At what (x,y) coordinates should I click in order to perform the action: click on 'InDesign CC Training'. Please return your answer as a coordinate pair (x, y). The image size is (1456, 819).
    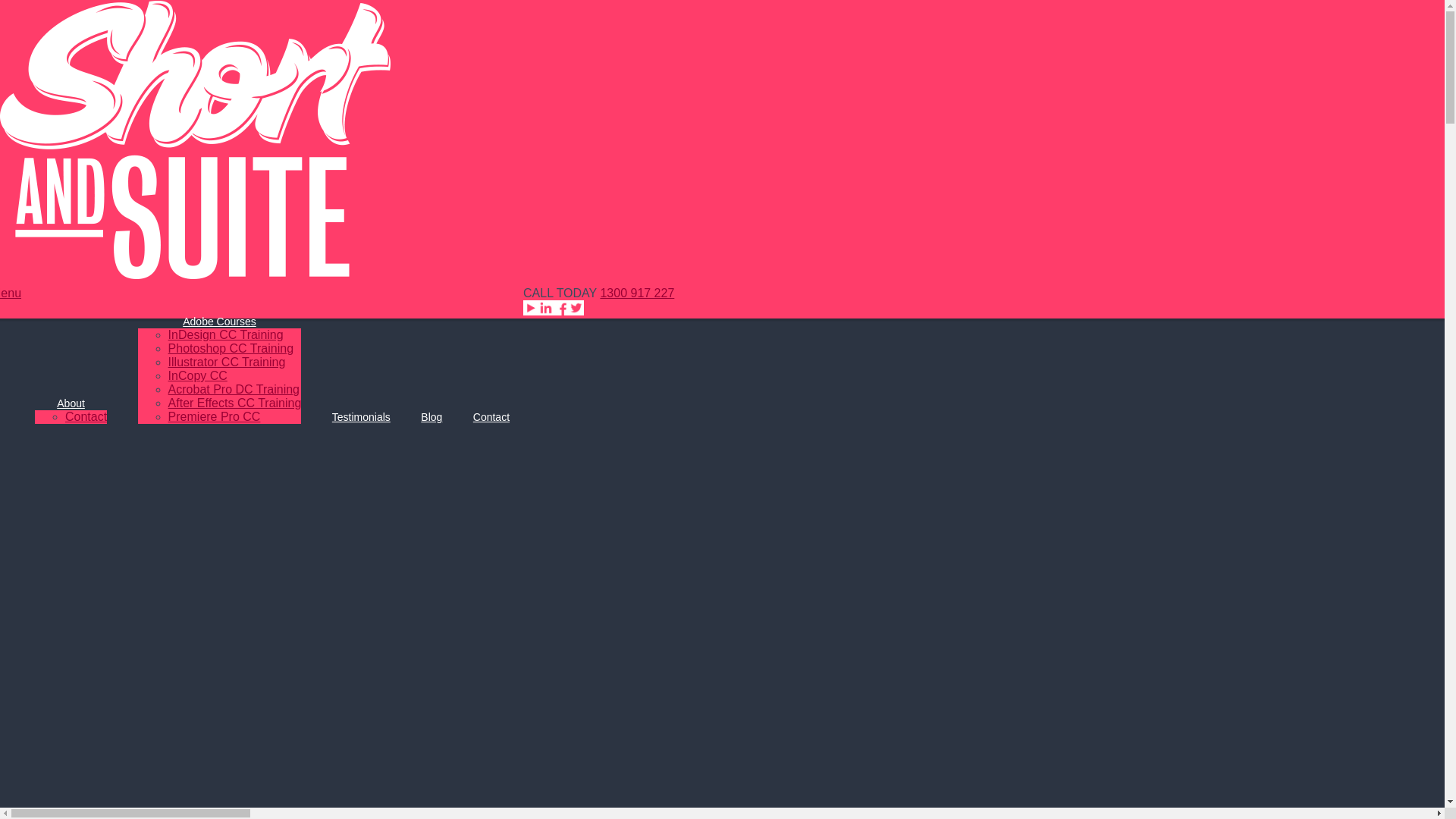
    Looking at the image, I should click on (224, 334).